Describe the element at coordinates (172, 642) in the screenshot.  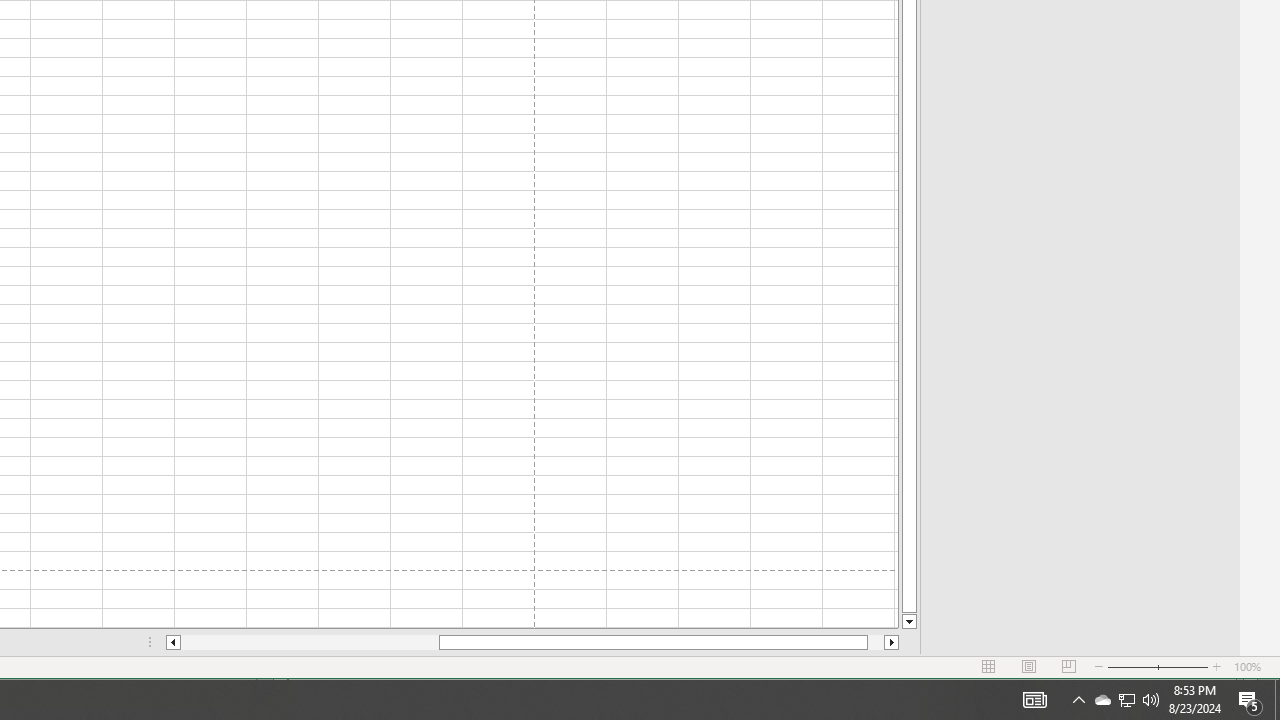
I see `'Column left'` at that location.